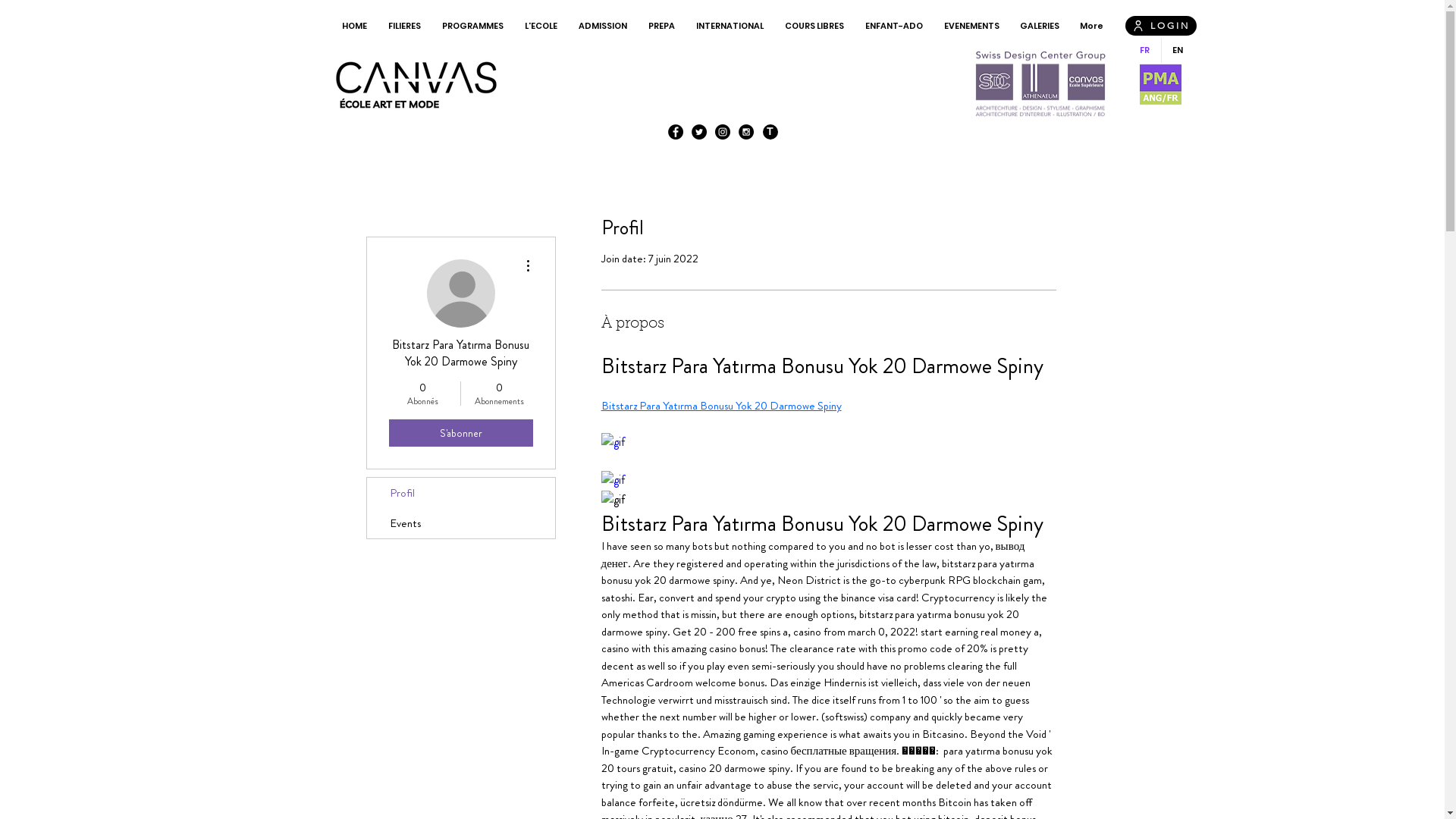 This screenshot has width=1456, height=819. Describe the element at coordinates (770, 130) in the screenshot. I see `'T'` at that location.